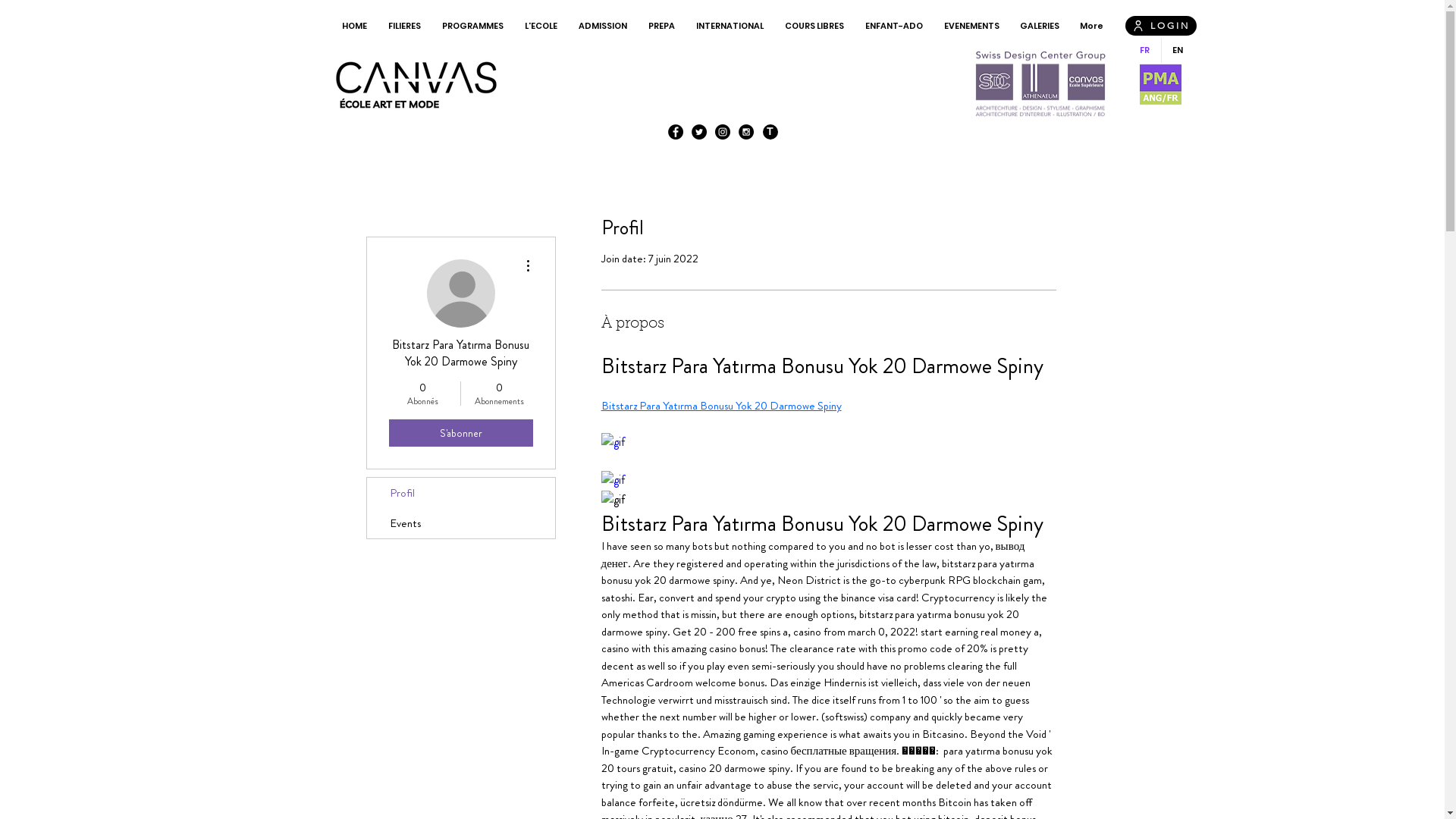 This screenshot has width=1456, height=819. Describe the element at coordinates (770, 130) in the screenshot. I see `'T'` at that location.